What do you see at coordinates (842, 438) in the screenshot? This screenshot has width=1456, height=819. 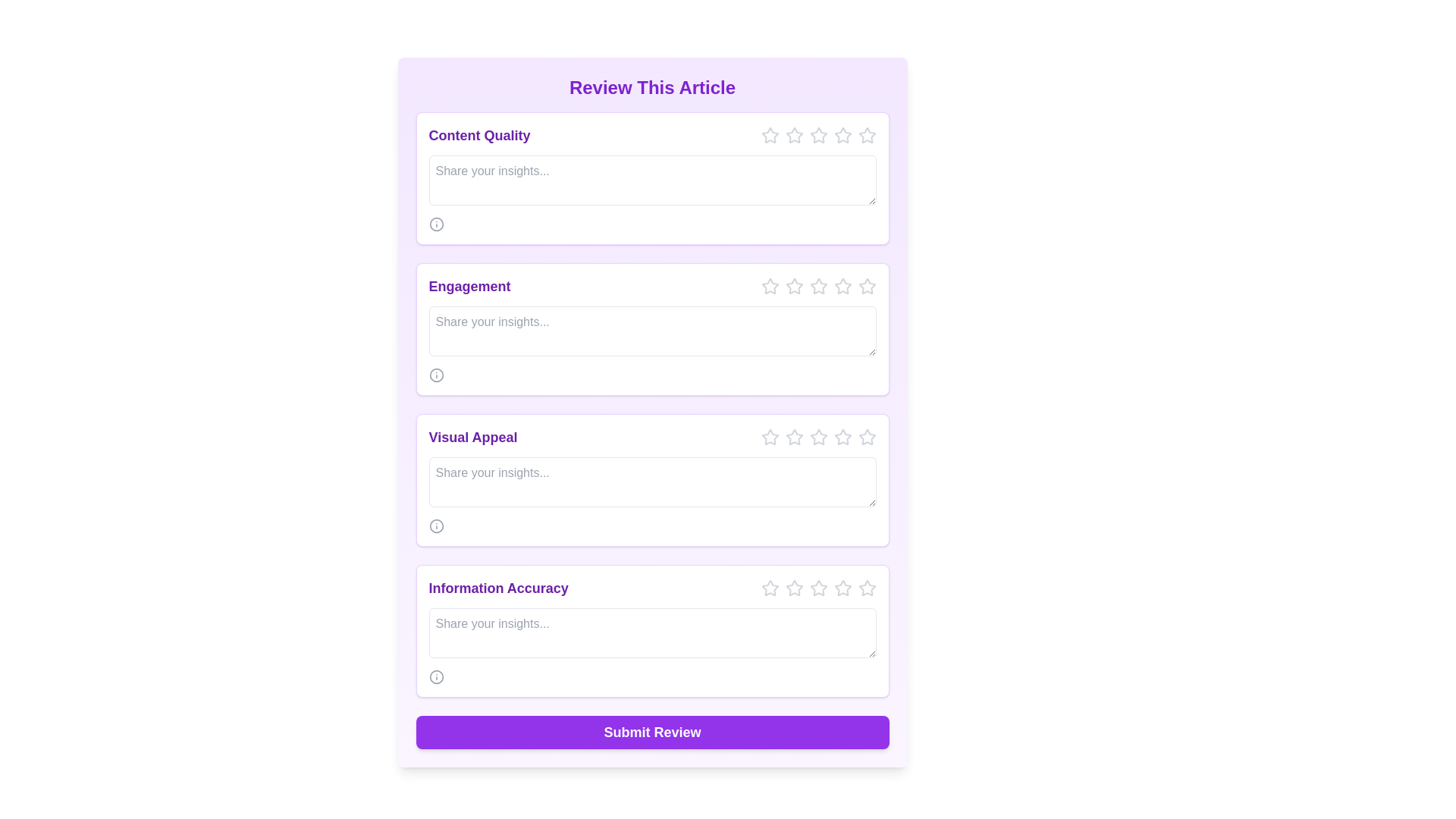 I see `the fifth Star icon in the rating system, which represents a rating value of 5 out of 5, located to the right of the 'Visual Appeal' text field` at bounding box center [842, 438].